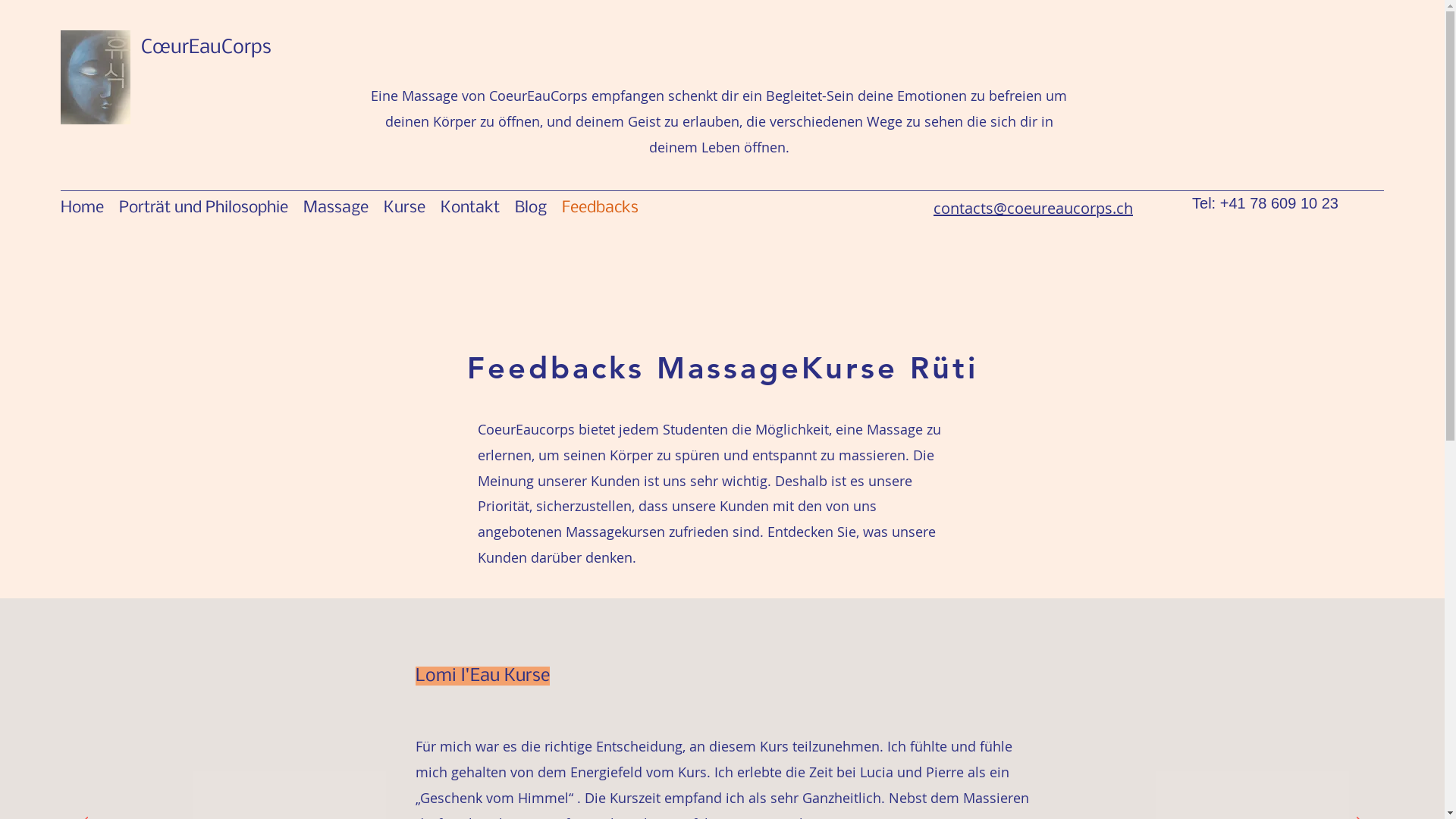  What do you see at coordinates (531, 208) in the screenshot?
I see `'Blog'` at bounding box center [531, 208].